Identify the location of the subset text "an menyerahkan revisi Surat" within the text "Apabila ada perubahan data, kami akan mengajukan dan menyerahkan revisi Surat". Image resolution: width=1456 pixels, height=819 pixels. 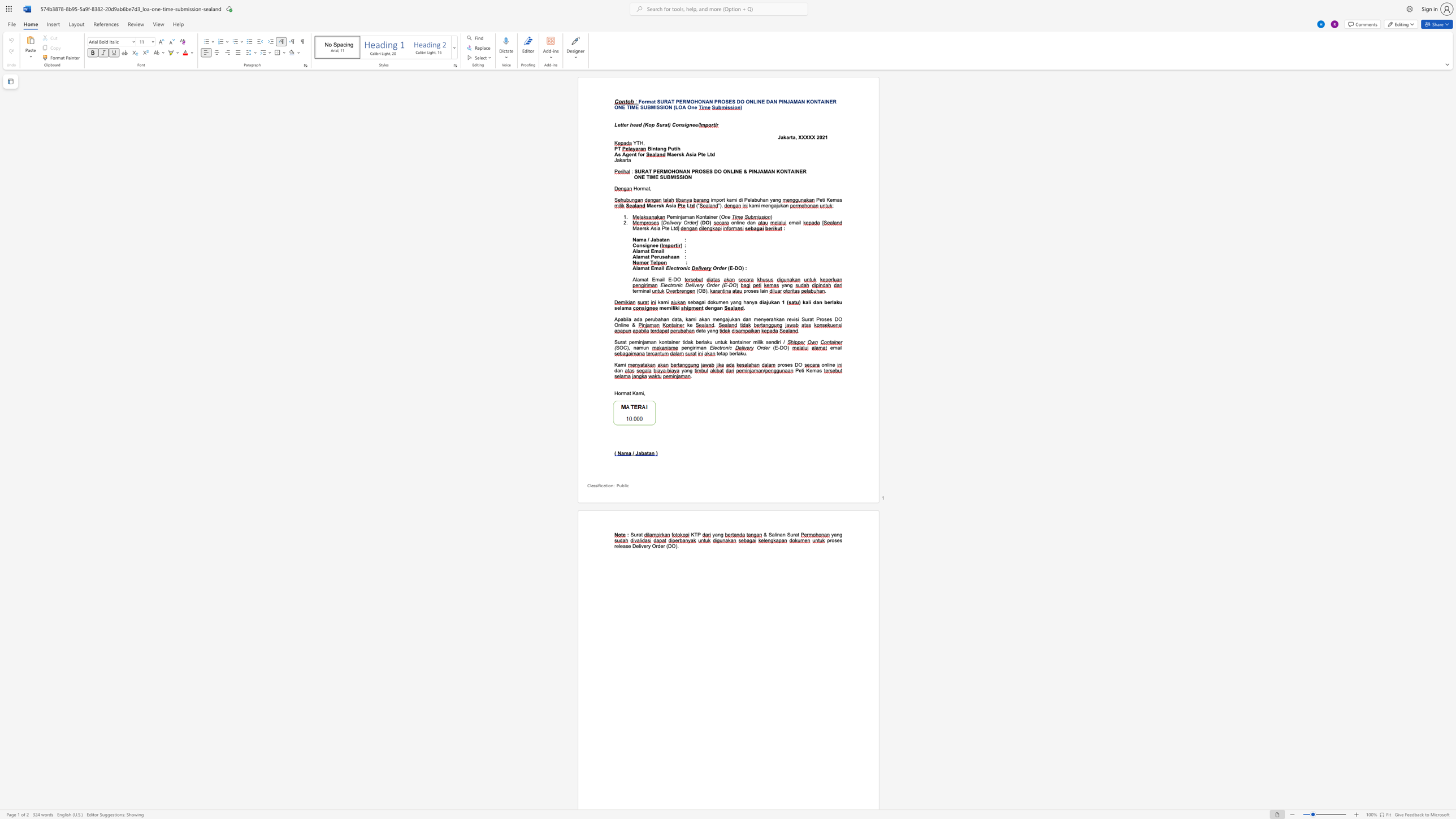
(746, 319).